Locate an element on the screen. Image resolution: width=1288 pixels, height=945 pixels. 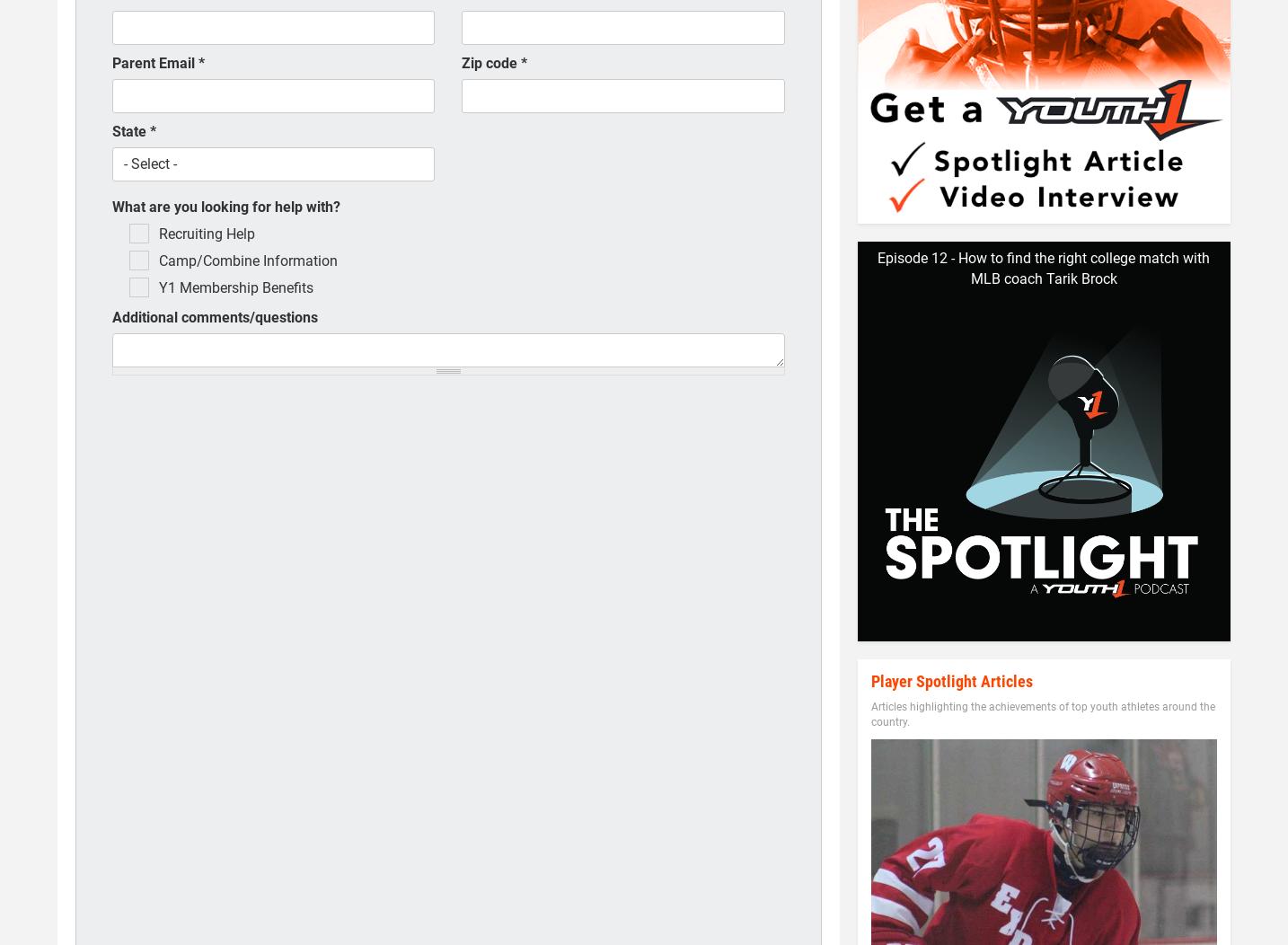
'Zip code' is located at coordinates (490, 62).